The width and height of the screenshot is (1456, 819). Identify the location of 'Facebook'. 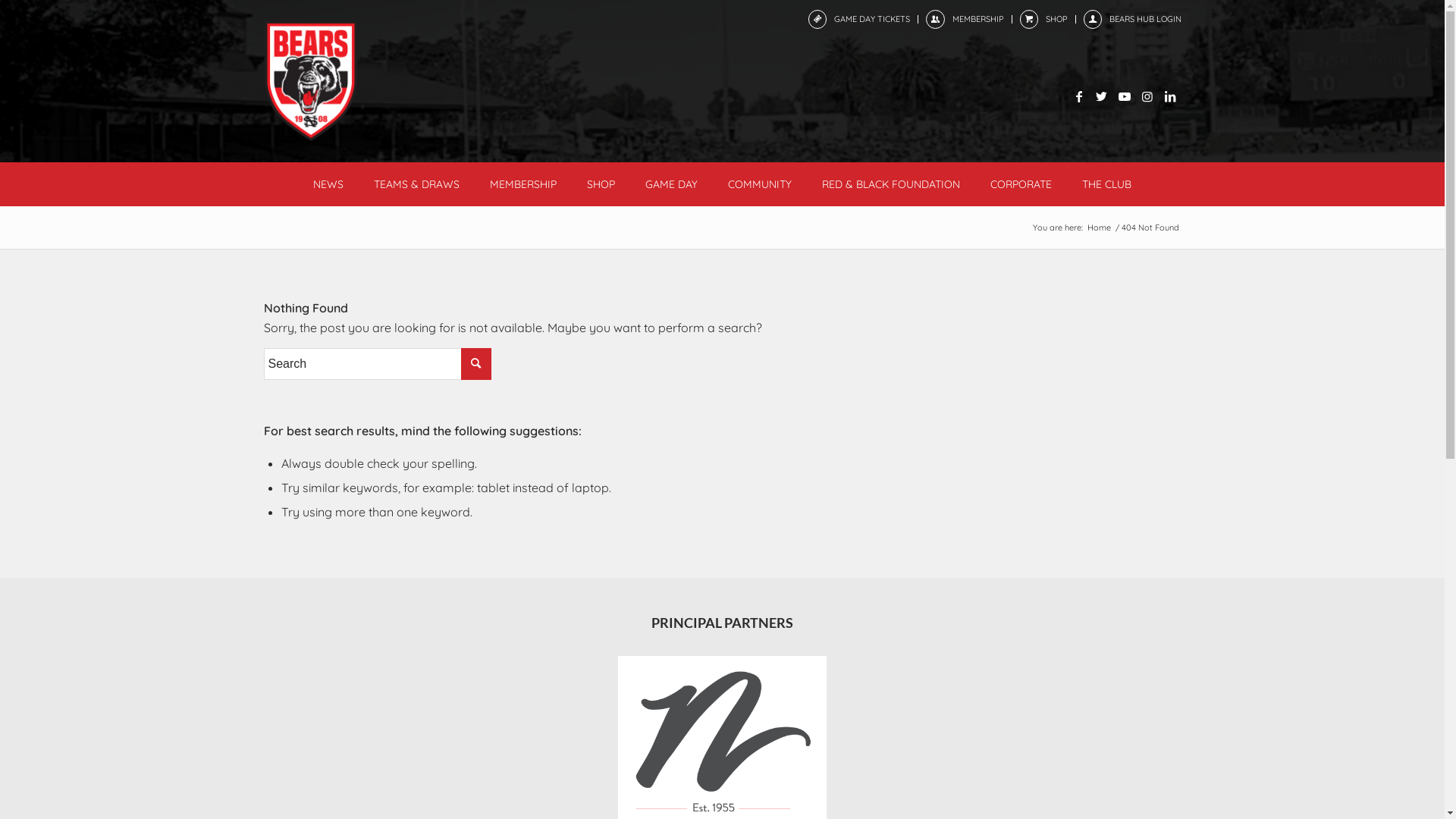
(1078, 96).